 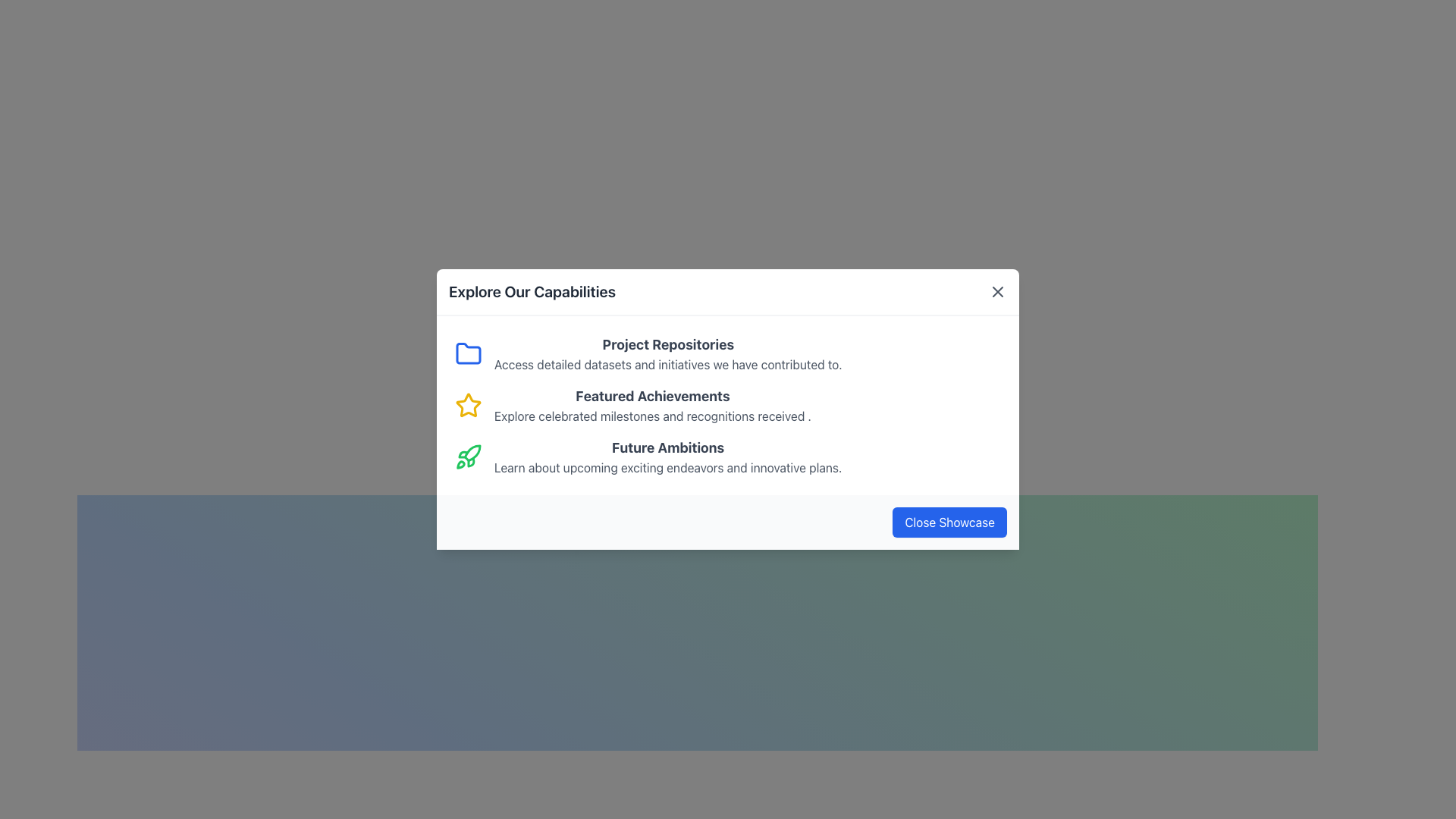 I want to click on the text block titled 'Featured Achievements' which is styled in bold gray font and is located centrally in the dialog box, positioned between 'Project Repositories' and 'Future Ambitions', so click(x=652, y=396).